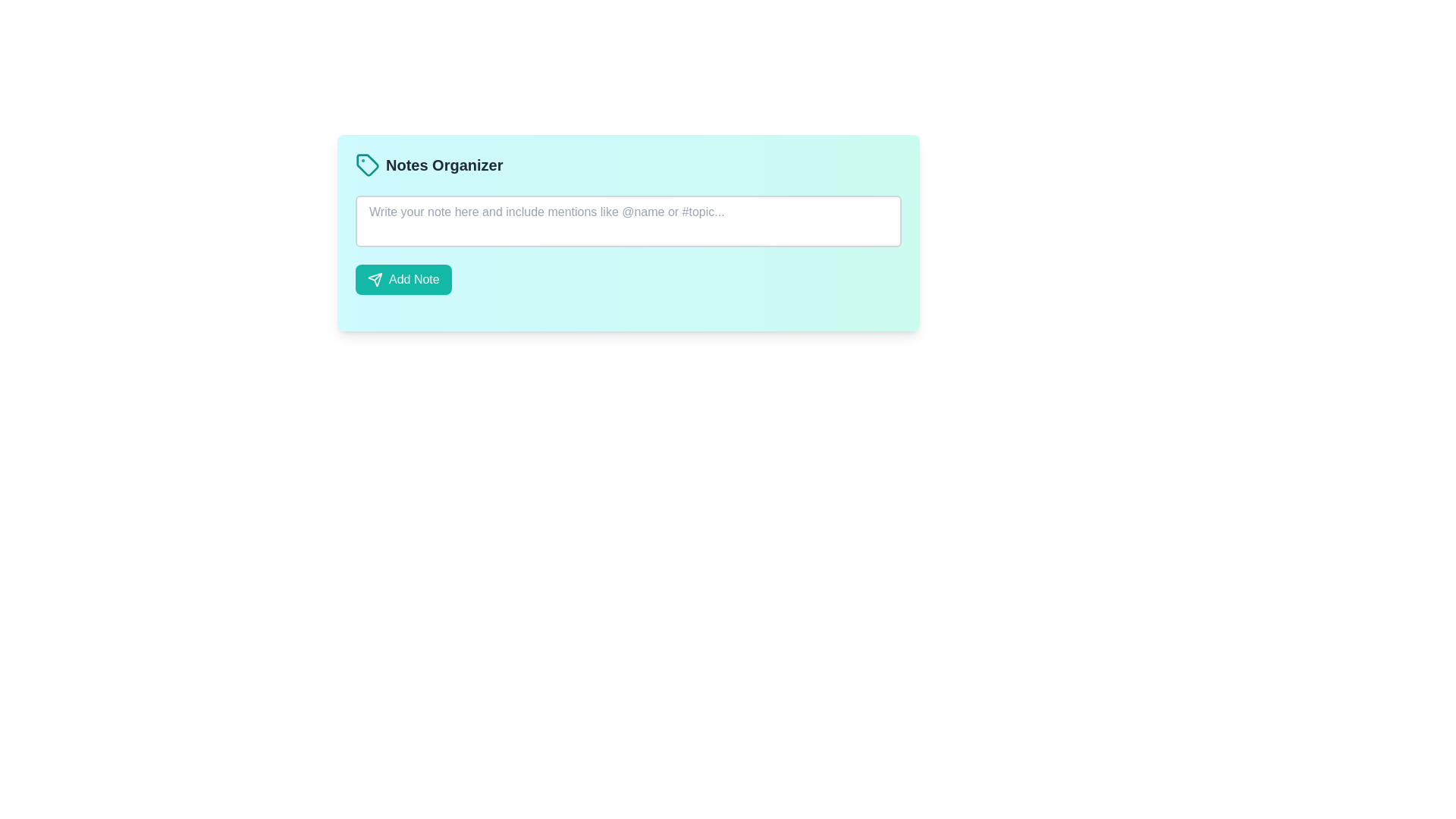 The image size is (1456, 819). I want to click on the 'send' or 'add' icon located inside the rounded rectangular button labeled 'Add Note', which is positioned below the text input field in the 'Notes Organizer' section, so click(375, 280).